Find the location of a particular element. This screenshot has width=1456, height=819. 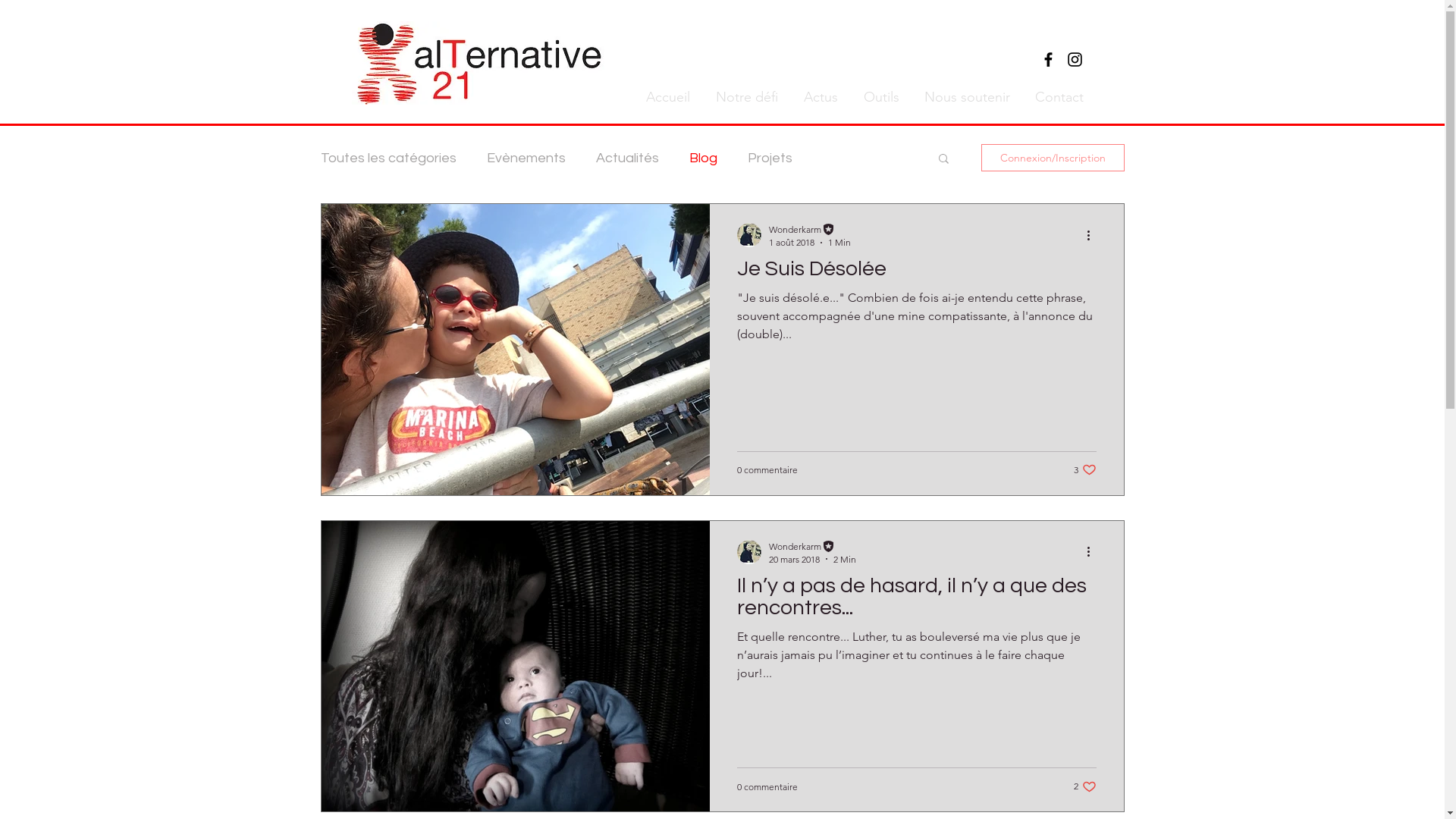

'0 commentaire' is located at coordinates (767, 469).